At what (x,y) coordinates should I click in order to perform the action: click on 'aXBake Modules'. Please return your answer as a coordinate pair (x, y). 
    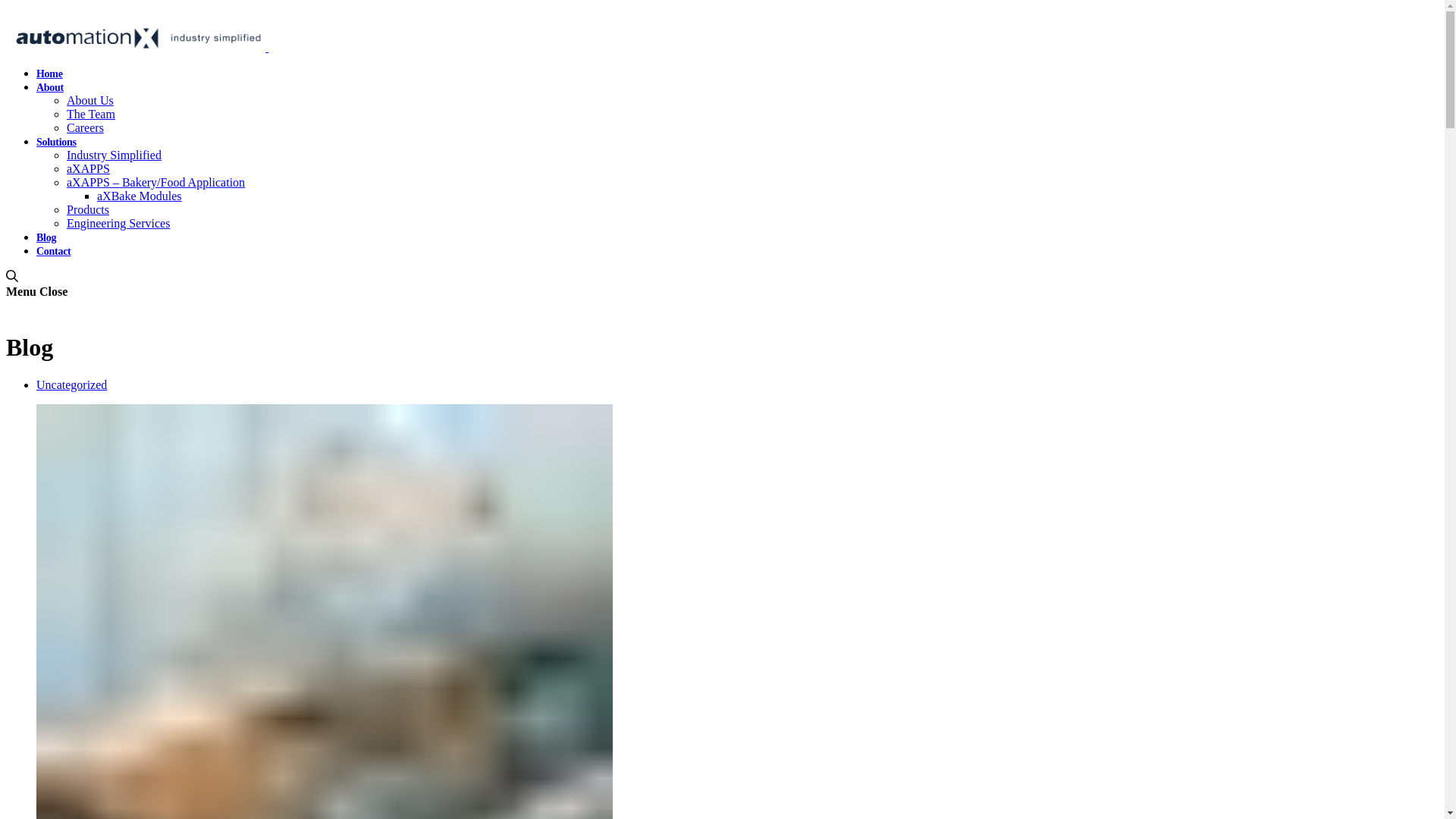
    Looking at the image, I should click on (139, 195).